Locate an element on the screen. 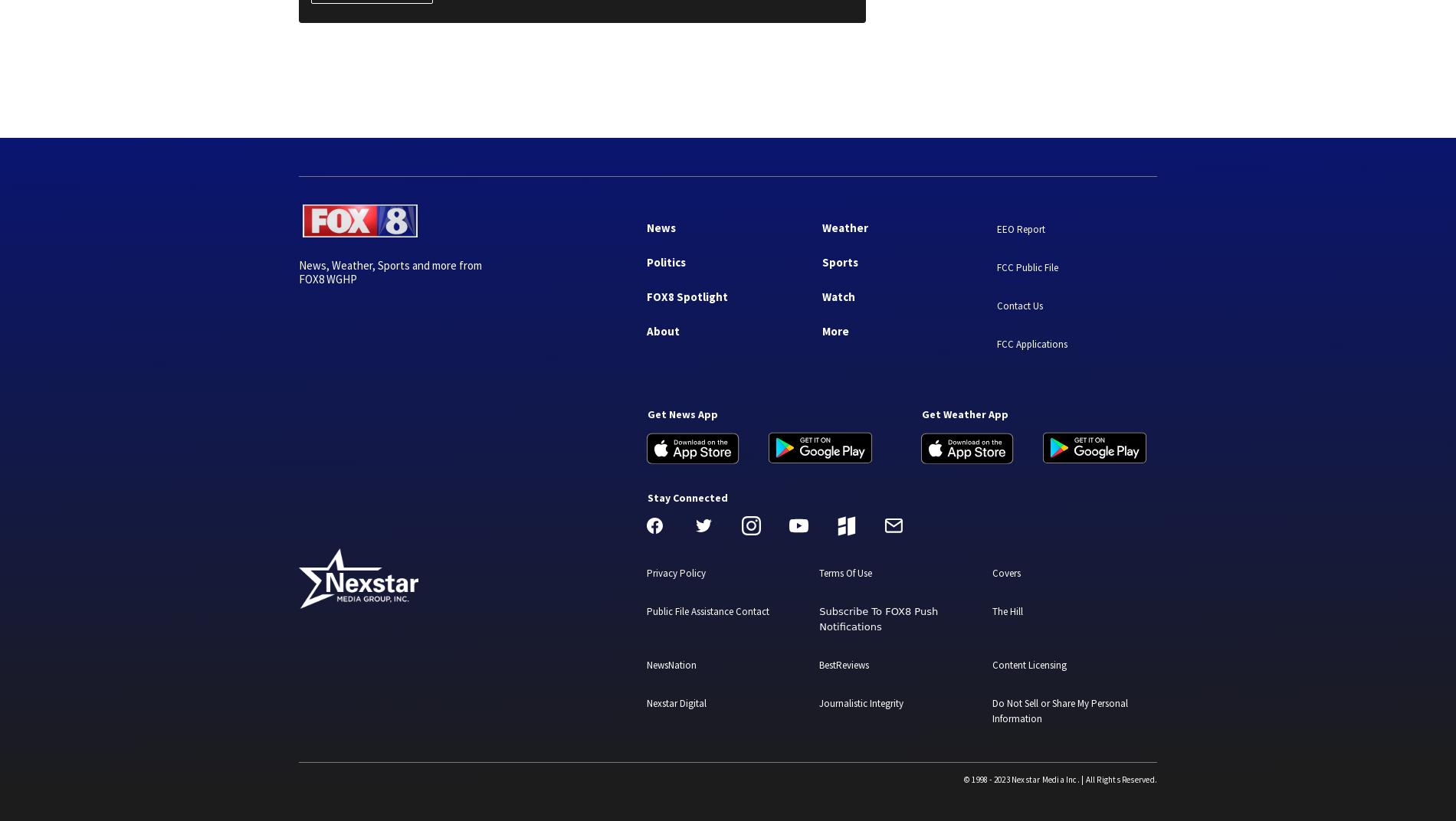 The image size is (1456, 821). 'Contact Us' is located at coordinates (1018, 306).